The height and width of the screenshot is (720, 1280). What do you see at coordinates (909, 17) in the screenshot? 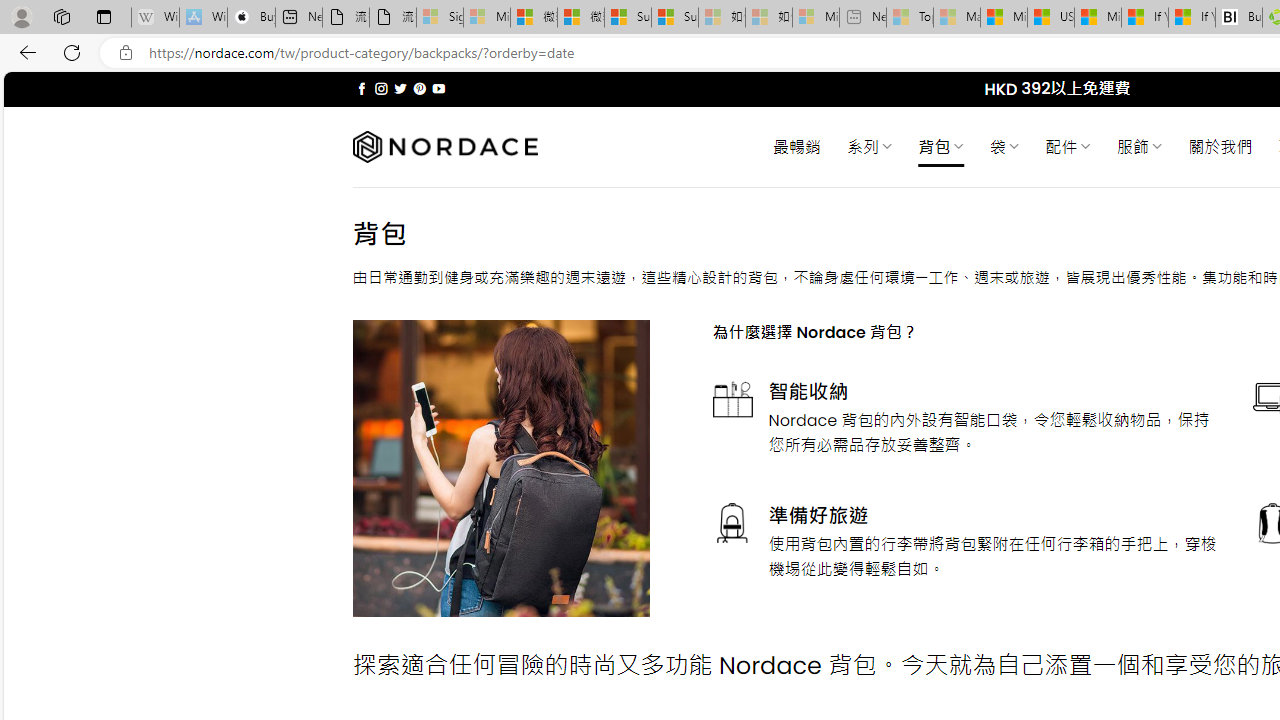
I see `'Top Stories - MSN - Sleeping'` at bounding box center [909, 17].